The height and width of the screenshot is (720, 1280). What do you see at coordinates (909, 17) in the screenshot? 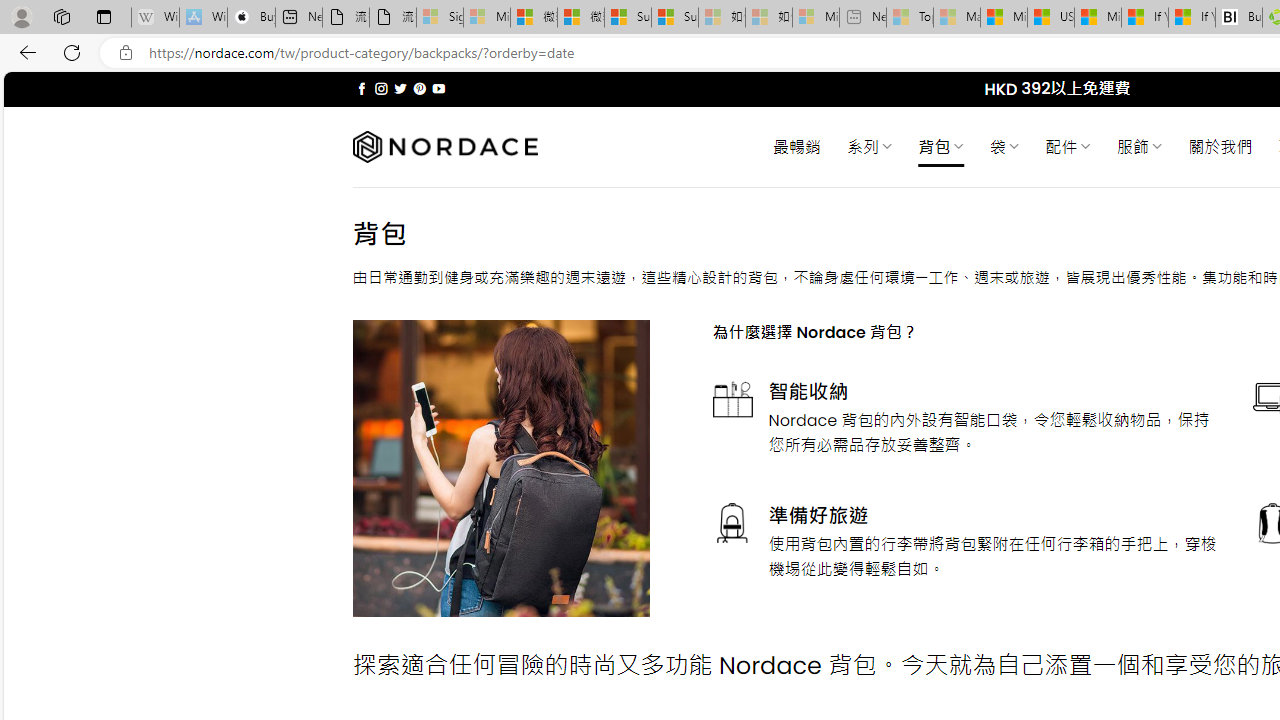
I see `'Top Stories - MSN - Sleeping'` at bounding box center [909, 17].